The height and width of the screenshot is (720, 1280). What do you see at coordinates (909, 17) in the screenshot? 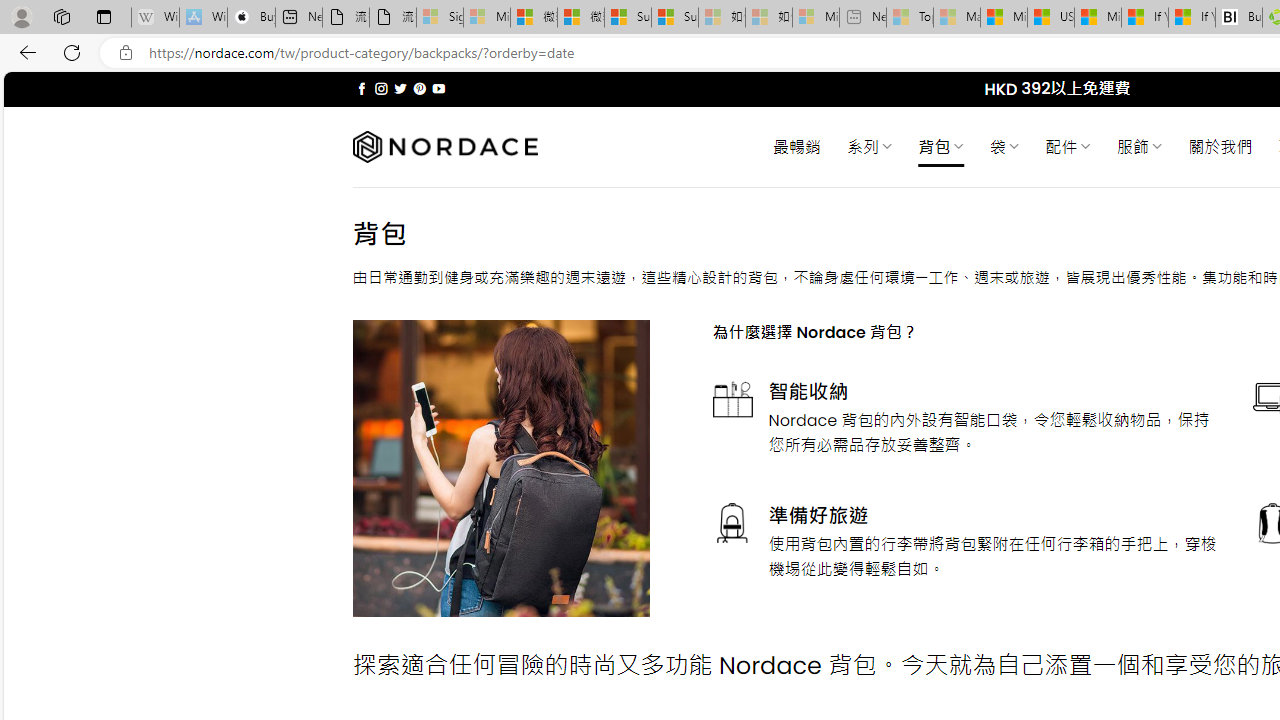
I see `'Top Stories - MSN - Sleeping'` at bounding box center [909, 17].